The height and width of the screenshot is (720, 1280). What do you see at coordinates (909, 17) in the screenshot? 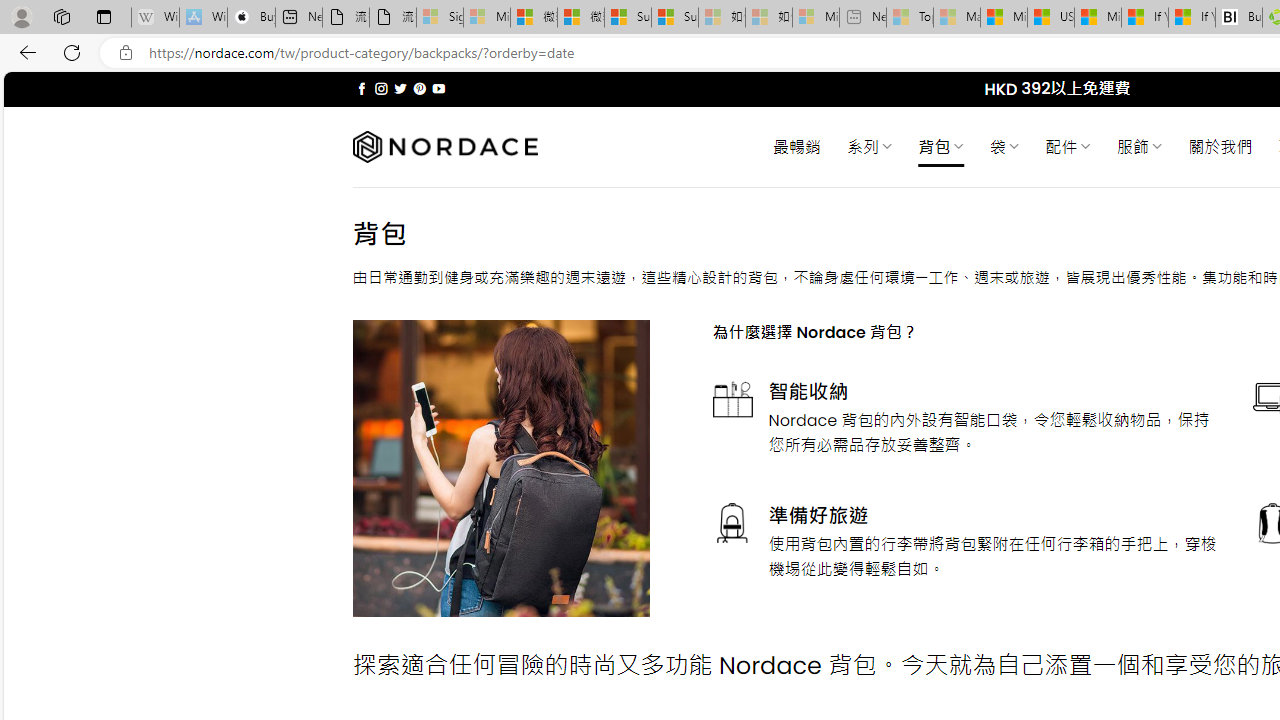
I see `'Top Stories - MSN - Sleeping'` at bounding box center [909, 17].